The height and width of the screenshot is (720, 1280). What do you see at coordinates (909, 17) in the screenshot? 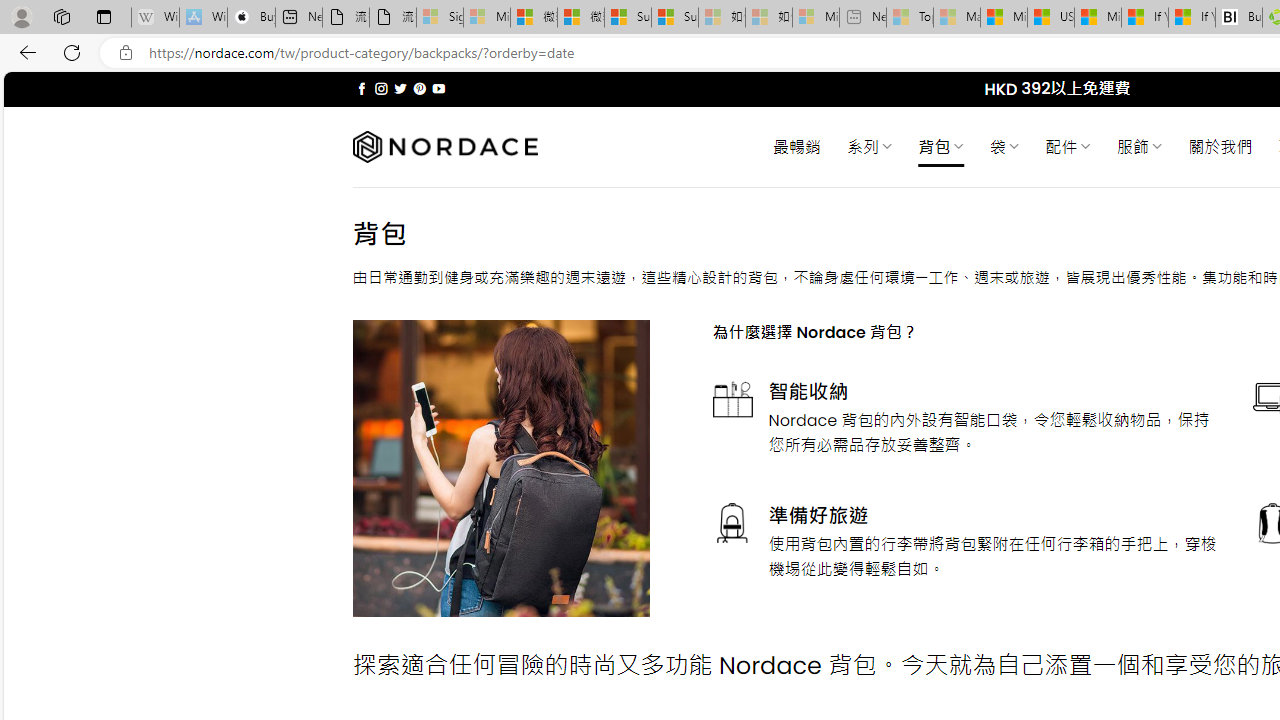
I see `'Top Stories - MSN - Sleeping'` at bounding box center [909, 17].